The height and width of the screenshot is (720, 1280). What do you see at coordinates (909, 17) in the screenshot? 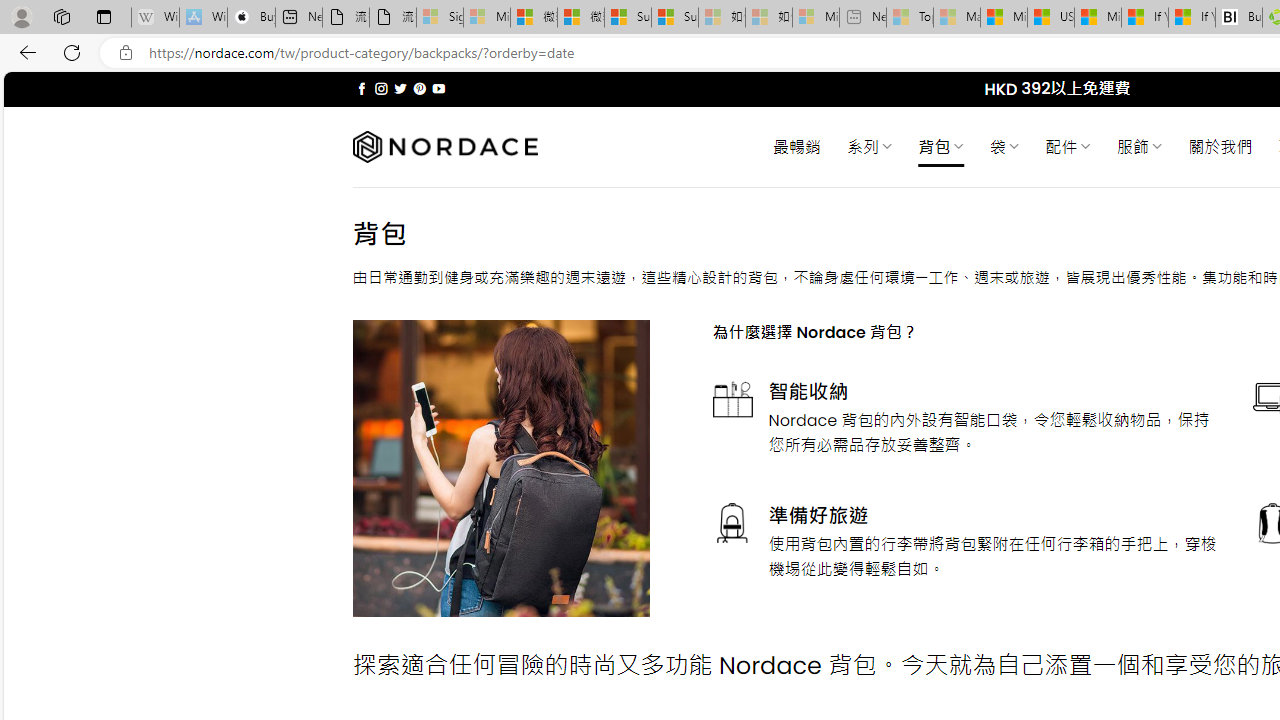
I see `'Top Stories - MSN - Sleeping'` at bounding box center [909, 17].